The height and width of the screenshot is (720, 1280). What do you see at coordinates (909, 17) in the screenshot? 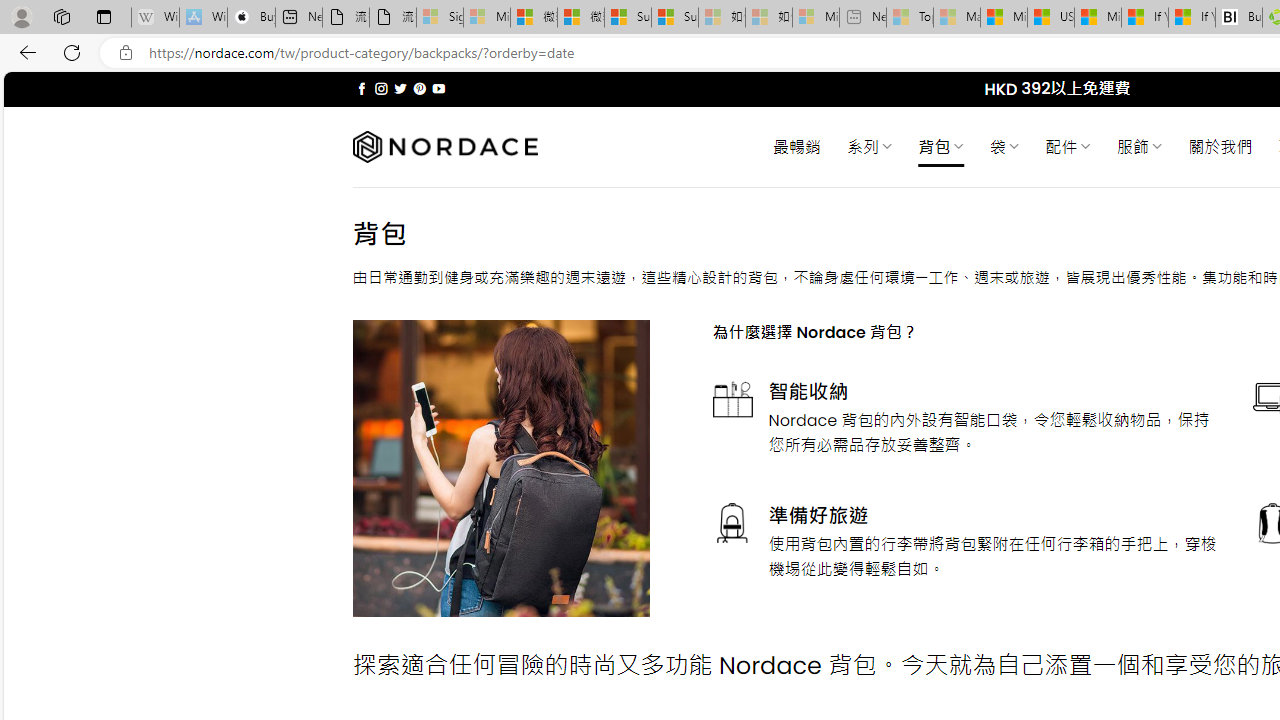
I see `'Top Stories - MSN - Sleeping'` at bounding box center [909, 17].